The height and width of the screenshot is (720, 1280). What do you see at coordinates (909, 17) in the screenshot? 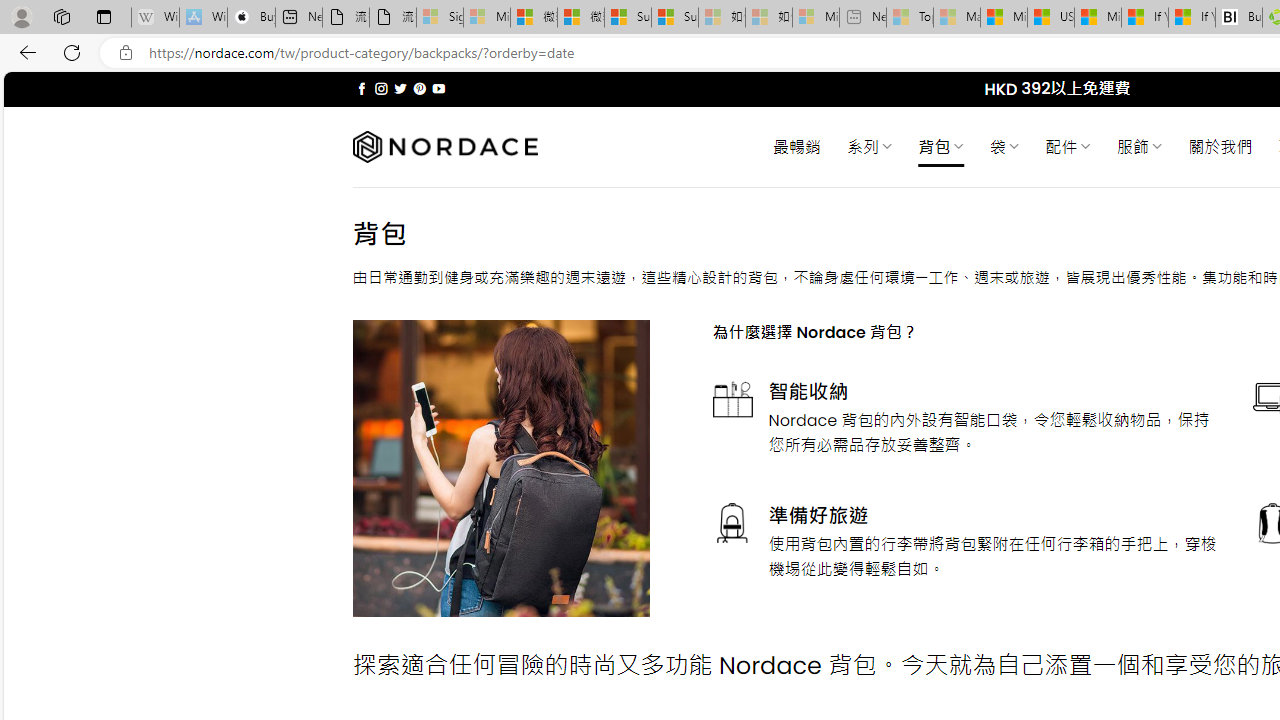
I see `'Top Stories - MSN - Sleeping'` at bounding box center [909, 17].